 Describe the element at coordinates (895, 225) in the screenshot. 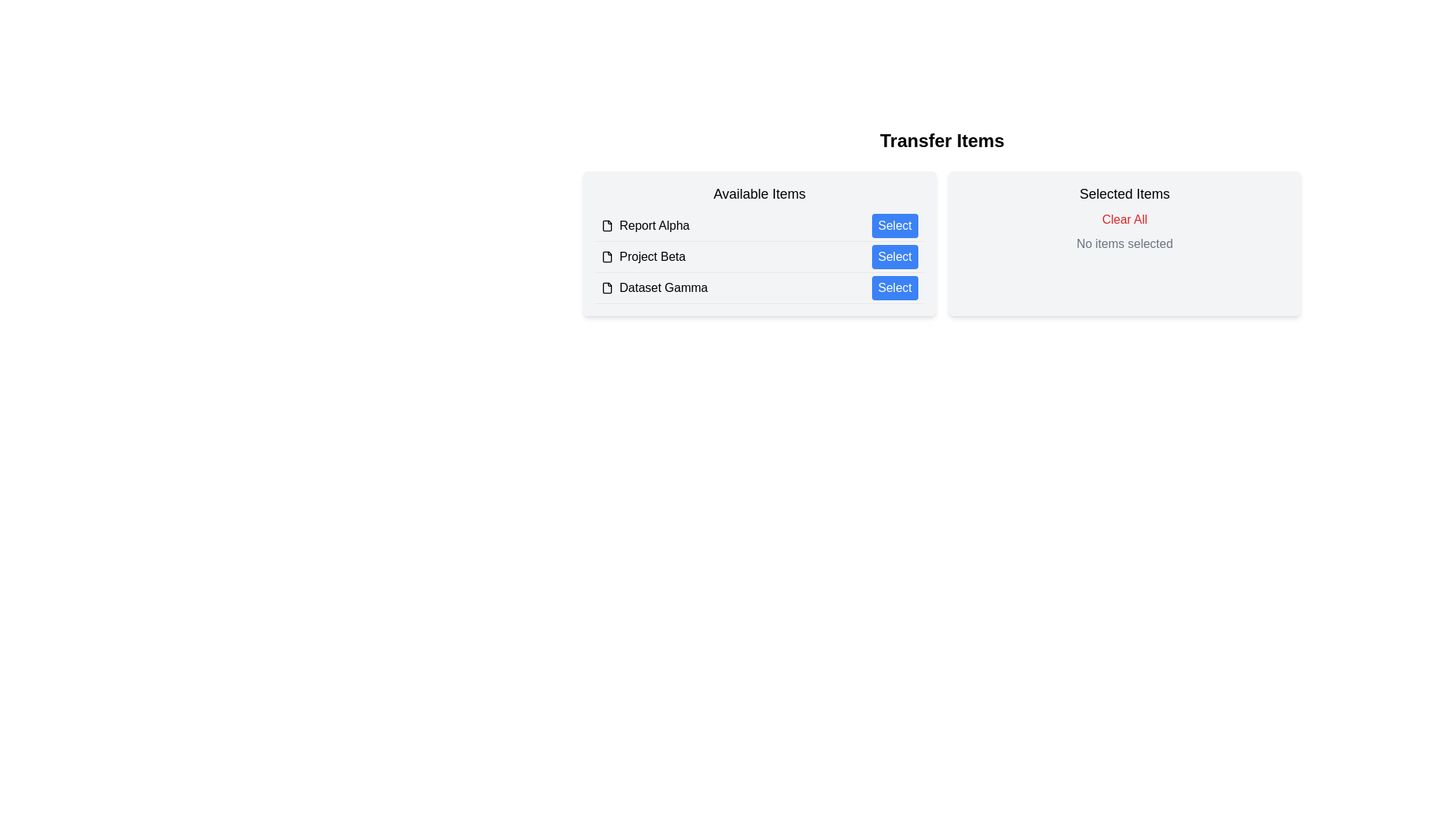

I see `the 'Select' button corresponding to the item labeled 'Report Alpha'` at that location.